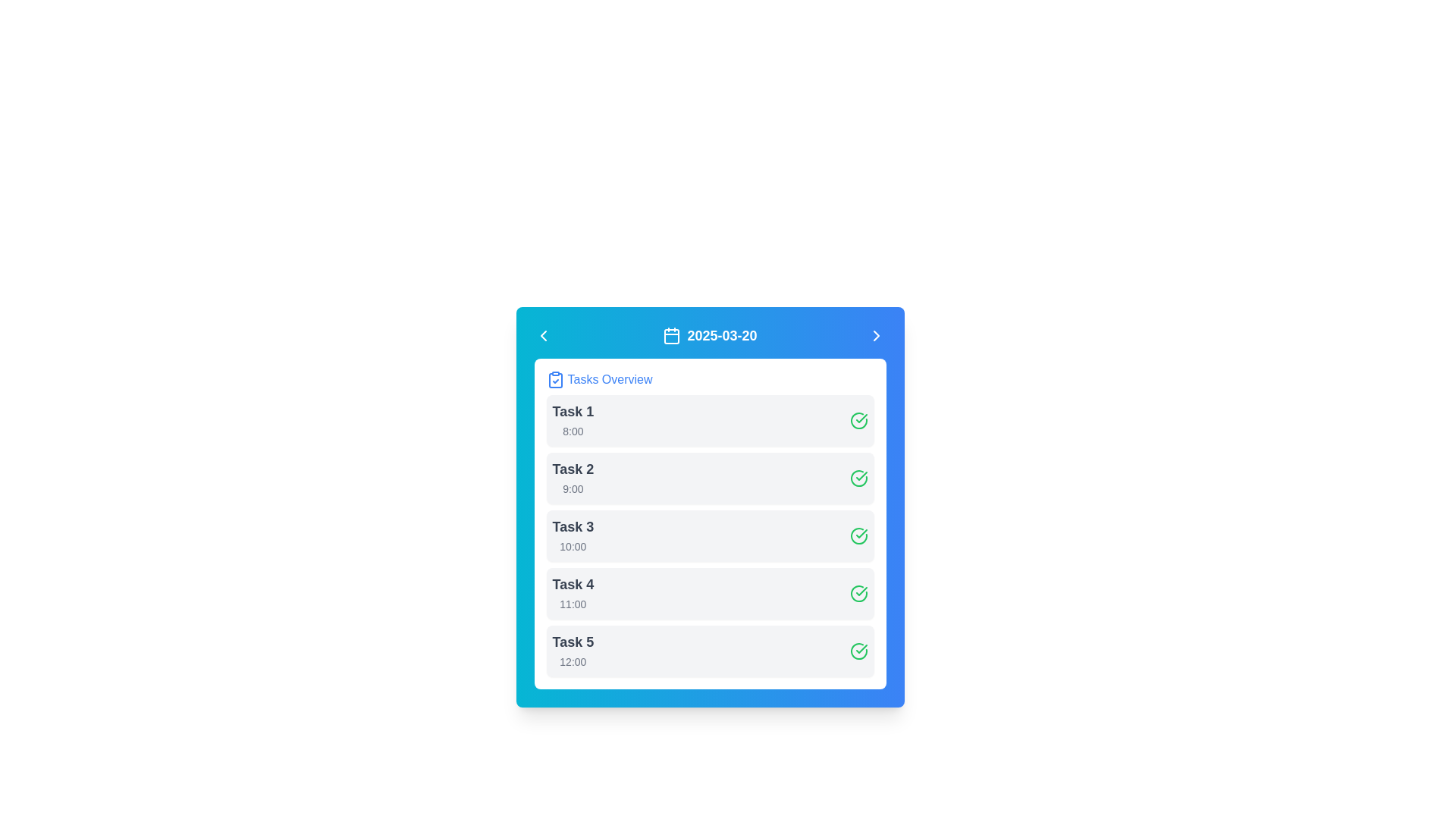  Describe the element at coordinates (858, 593) in the screenshot. I see `the checkmark icon indicating the completion status of 'Task 4', which is located on the far right side of the task row` at that location.